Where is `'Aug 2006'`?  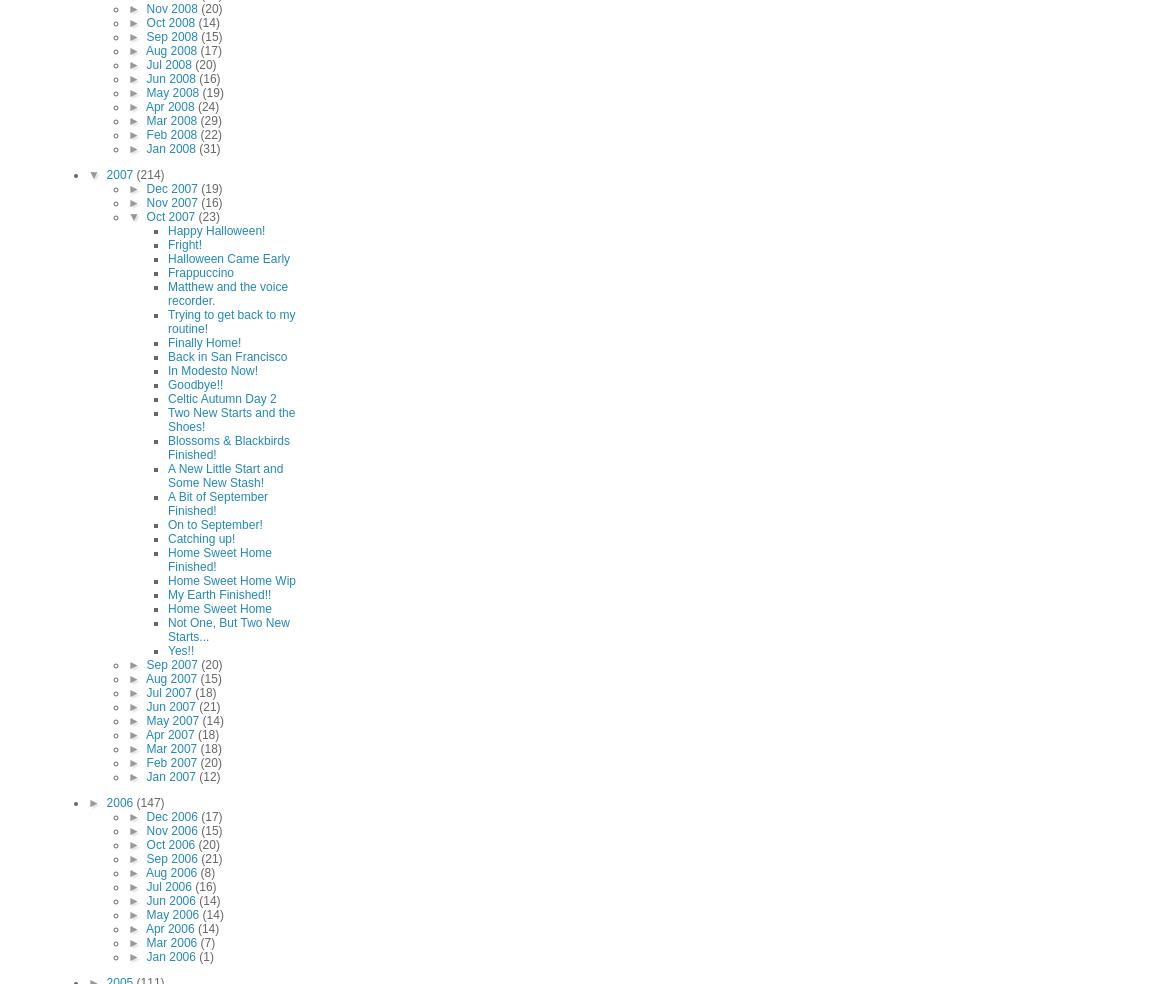 'Aug 2006' is located at coordinates (171, 873).